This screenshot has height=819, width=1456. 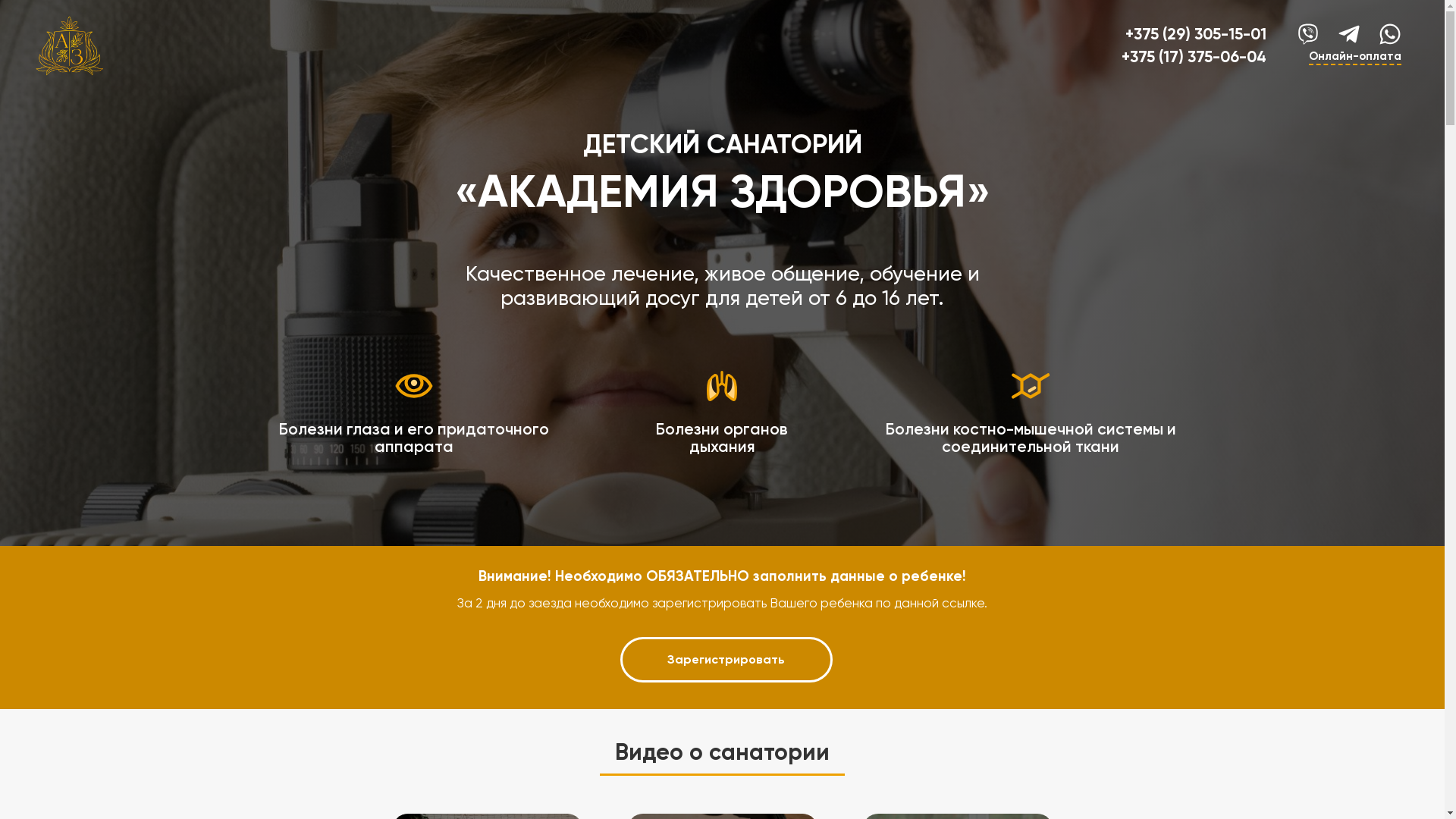 I want to click on '+375 (17) 375-06-04', so click(x=1121, y=55).